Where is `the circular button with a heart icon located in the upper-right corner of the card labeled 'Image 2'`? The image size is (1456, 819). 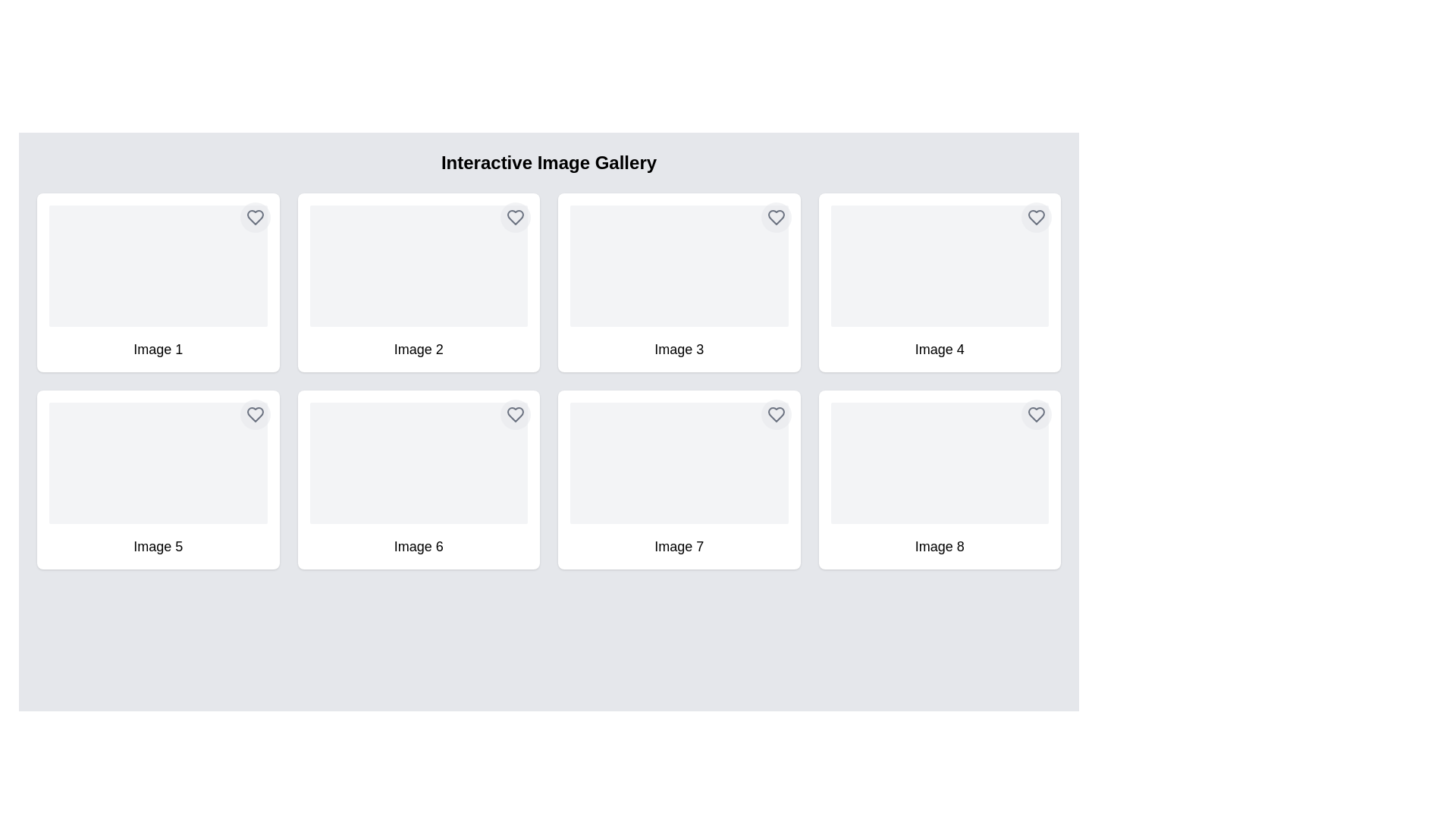 the circular button with a heart icon located in the upper-right corner of the card labeled 'Image 2' is located at coordinates (516, 217).